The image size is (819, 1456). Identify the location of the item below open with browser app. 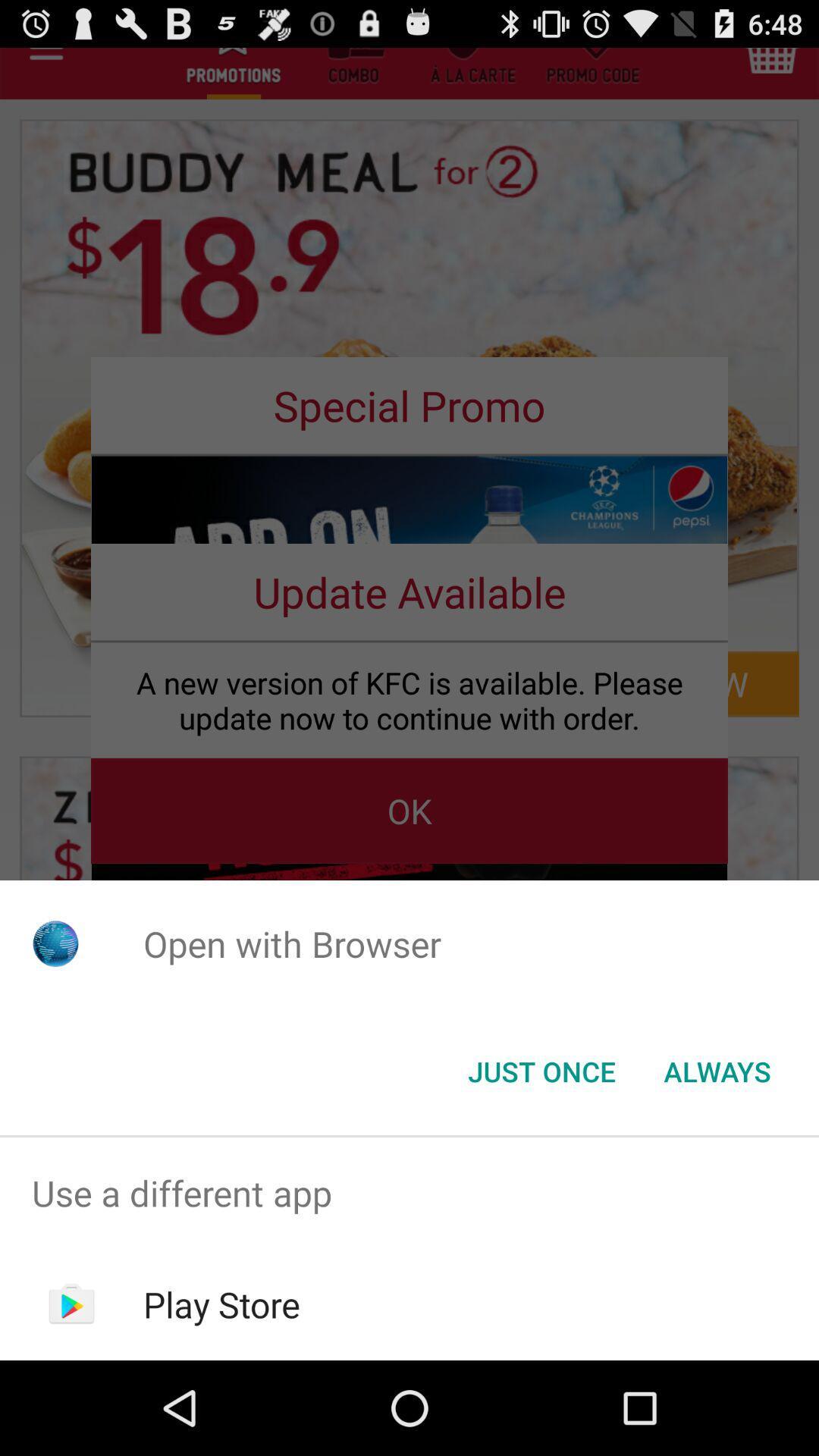
(541, 1070).